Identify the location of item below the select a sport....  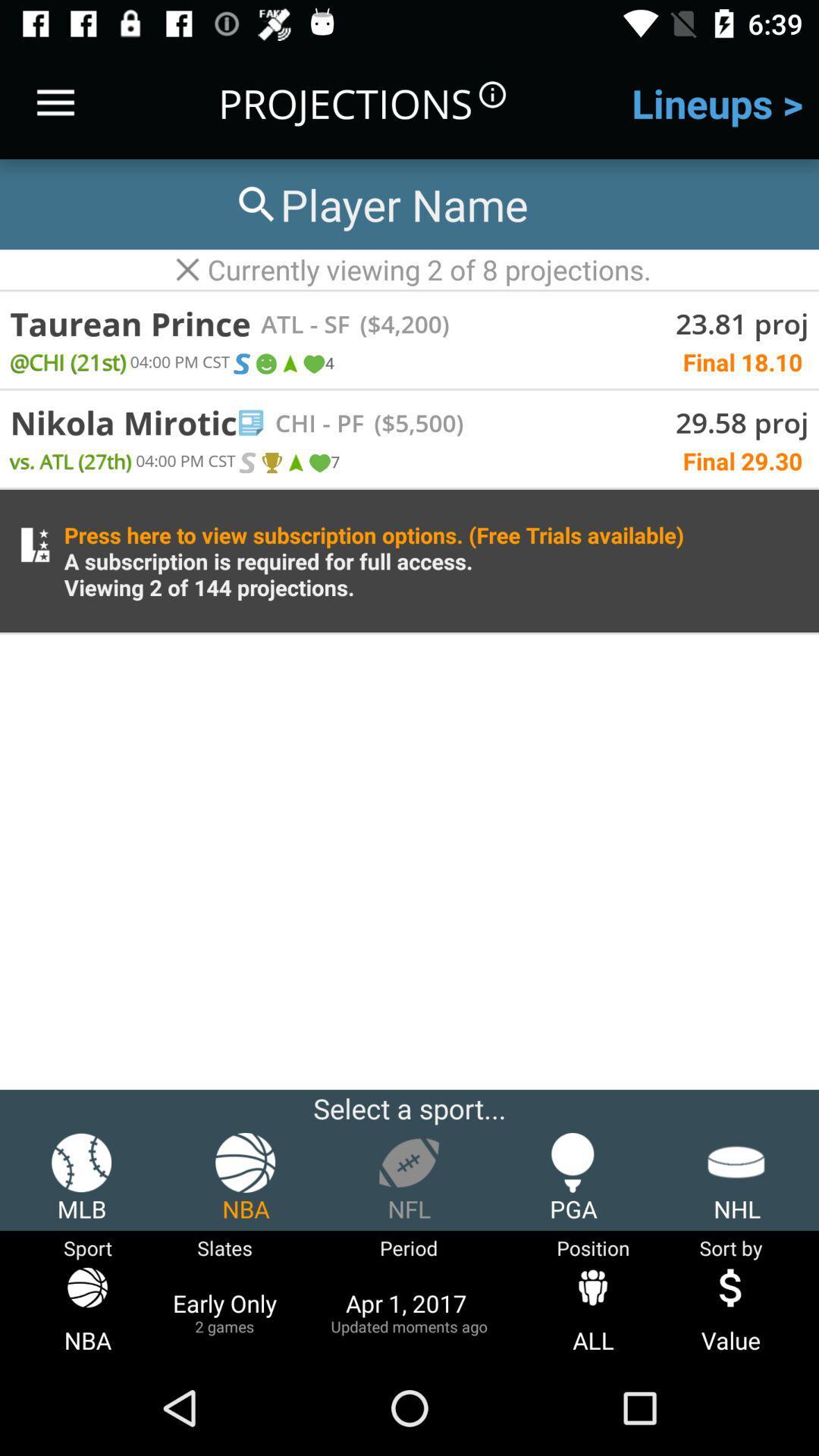
(573, 1178).